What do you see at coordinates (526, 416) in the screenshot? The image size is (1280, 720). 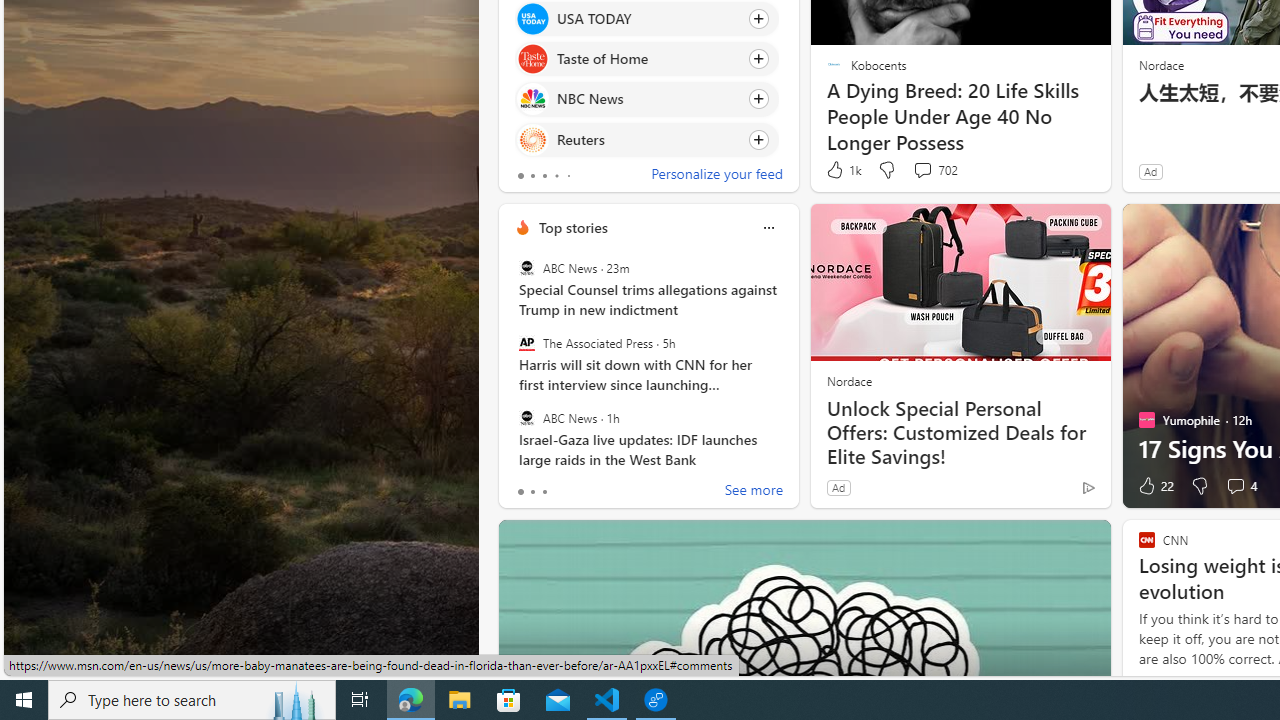 I see `'ABC News'` at bounding box center [526, 416].